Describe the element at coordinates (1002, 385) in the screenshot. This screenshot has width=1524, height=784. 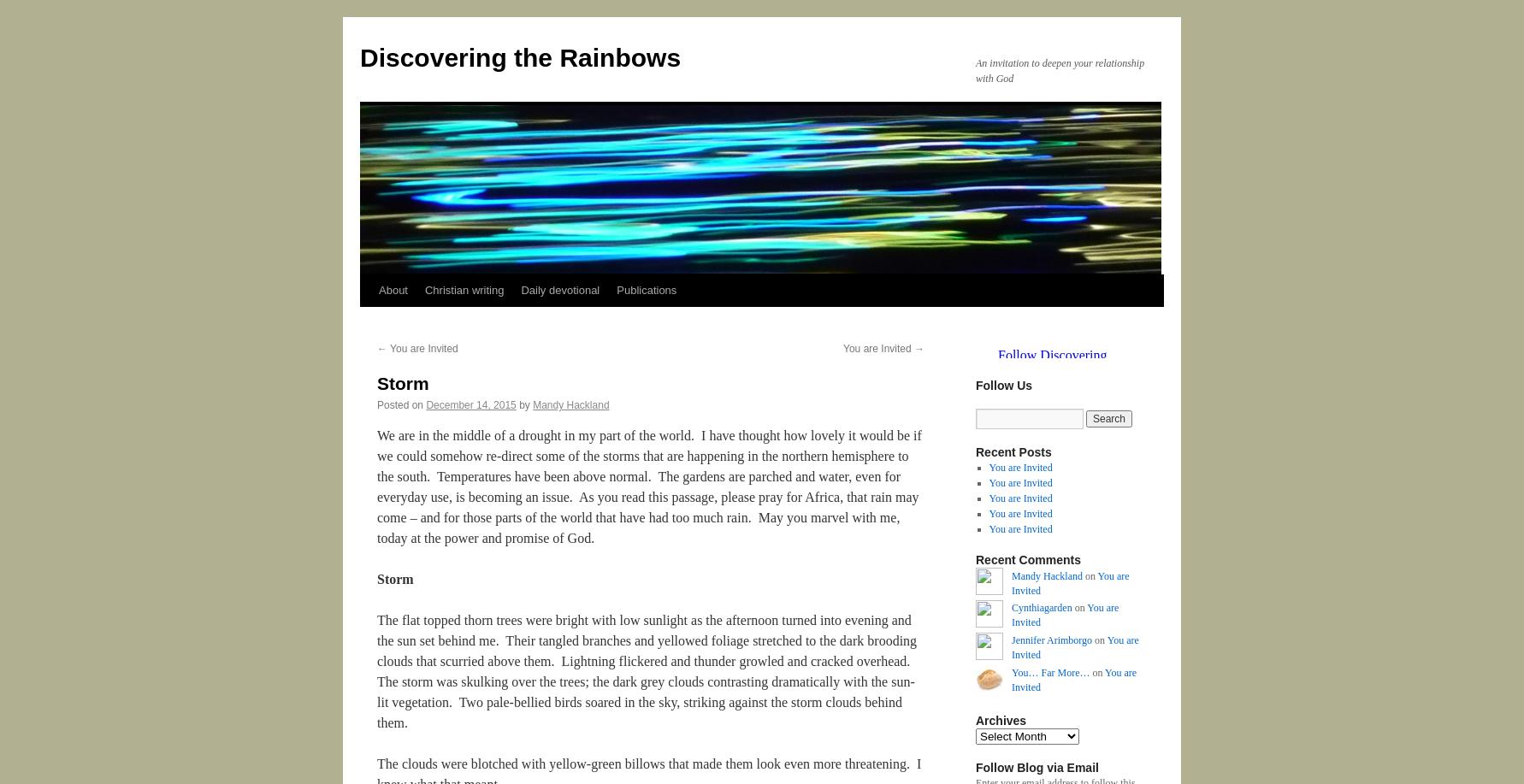
I see `'Follow Us'` at that location.